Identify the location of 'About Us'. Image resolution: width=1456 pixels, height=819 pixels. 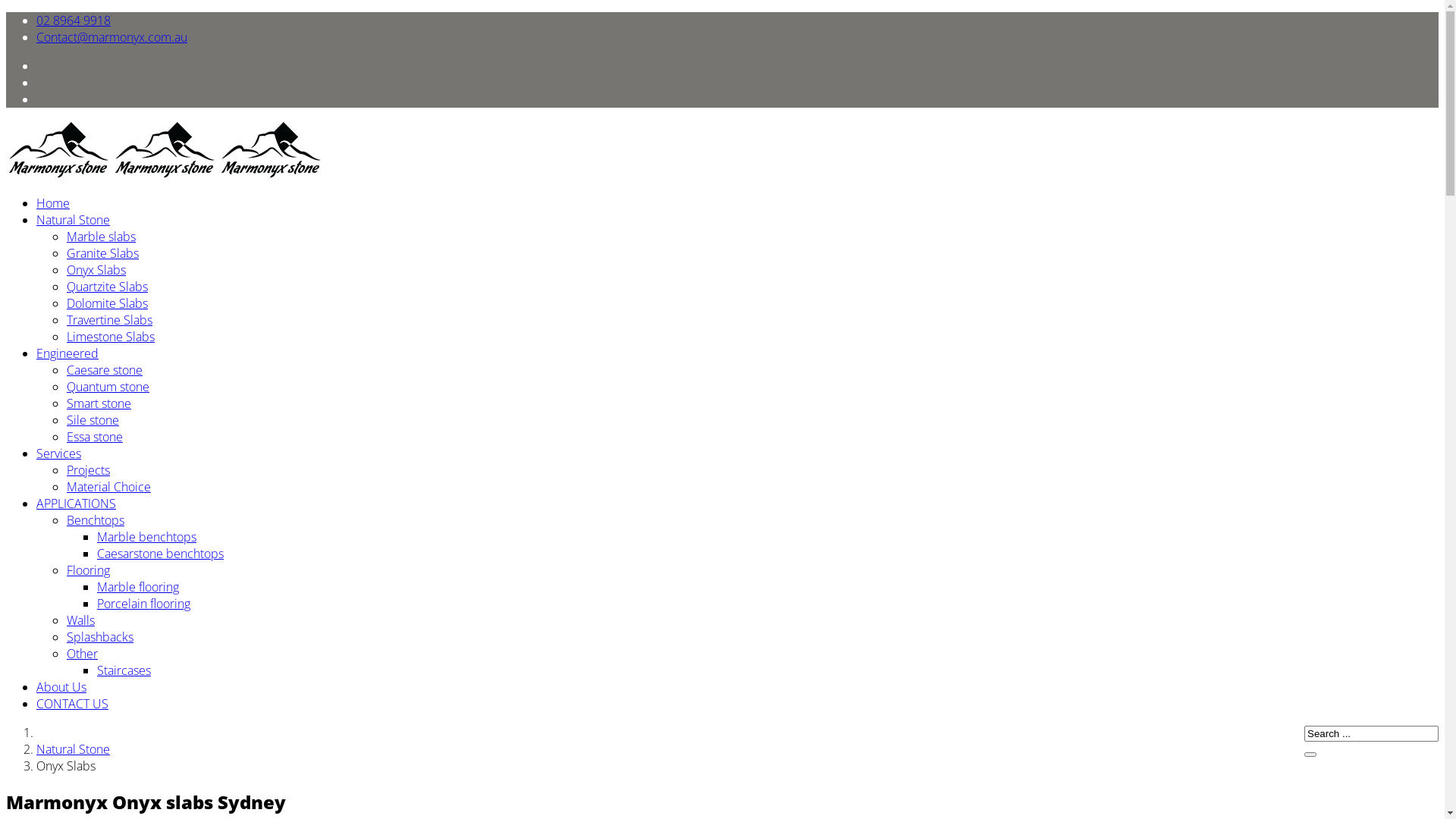
(61, 687).